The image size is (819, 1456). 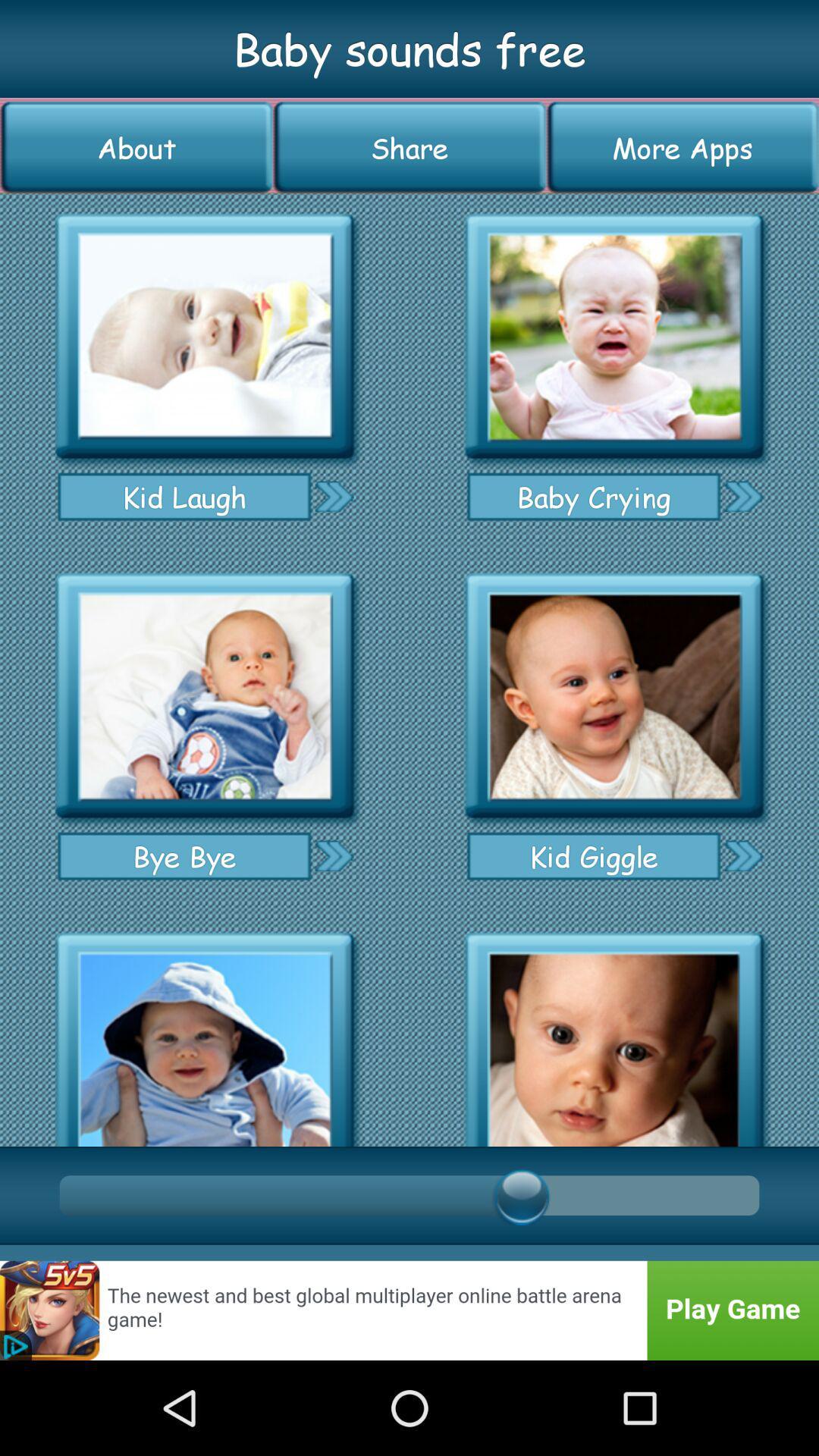 What do you see at coordinates (742, 855) in the screenshot?
I see `the next` at bounding box center [742, 855].